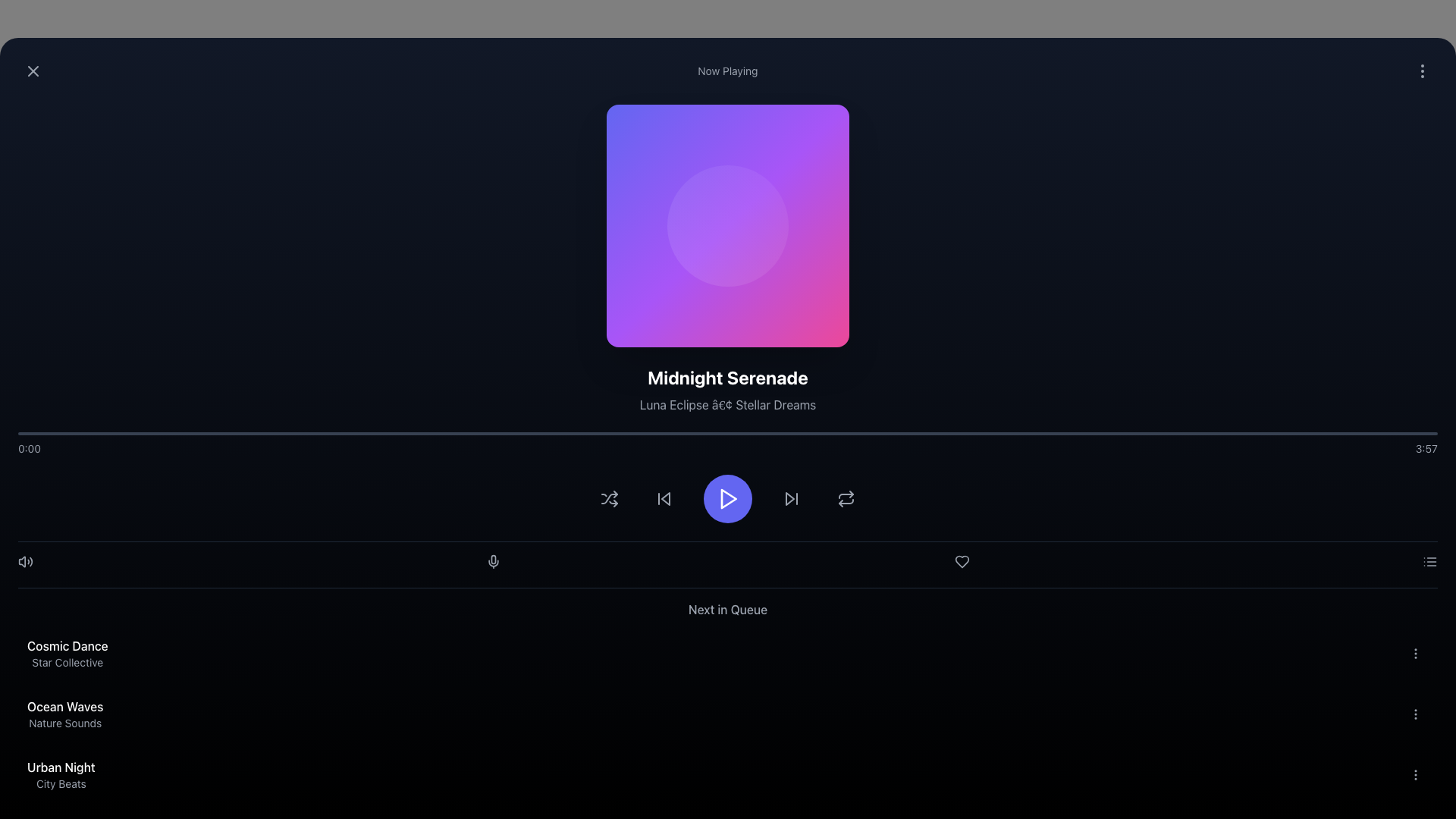  What do you see at coordinates (61, 783) in the screenshot?
I see `the text element that serves as a descriptor for the main title 'Urban Night', located below it as a subheading` at bounding box center [61, 783].